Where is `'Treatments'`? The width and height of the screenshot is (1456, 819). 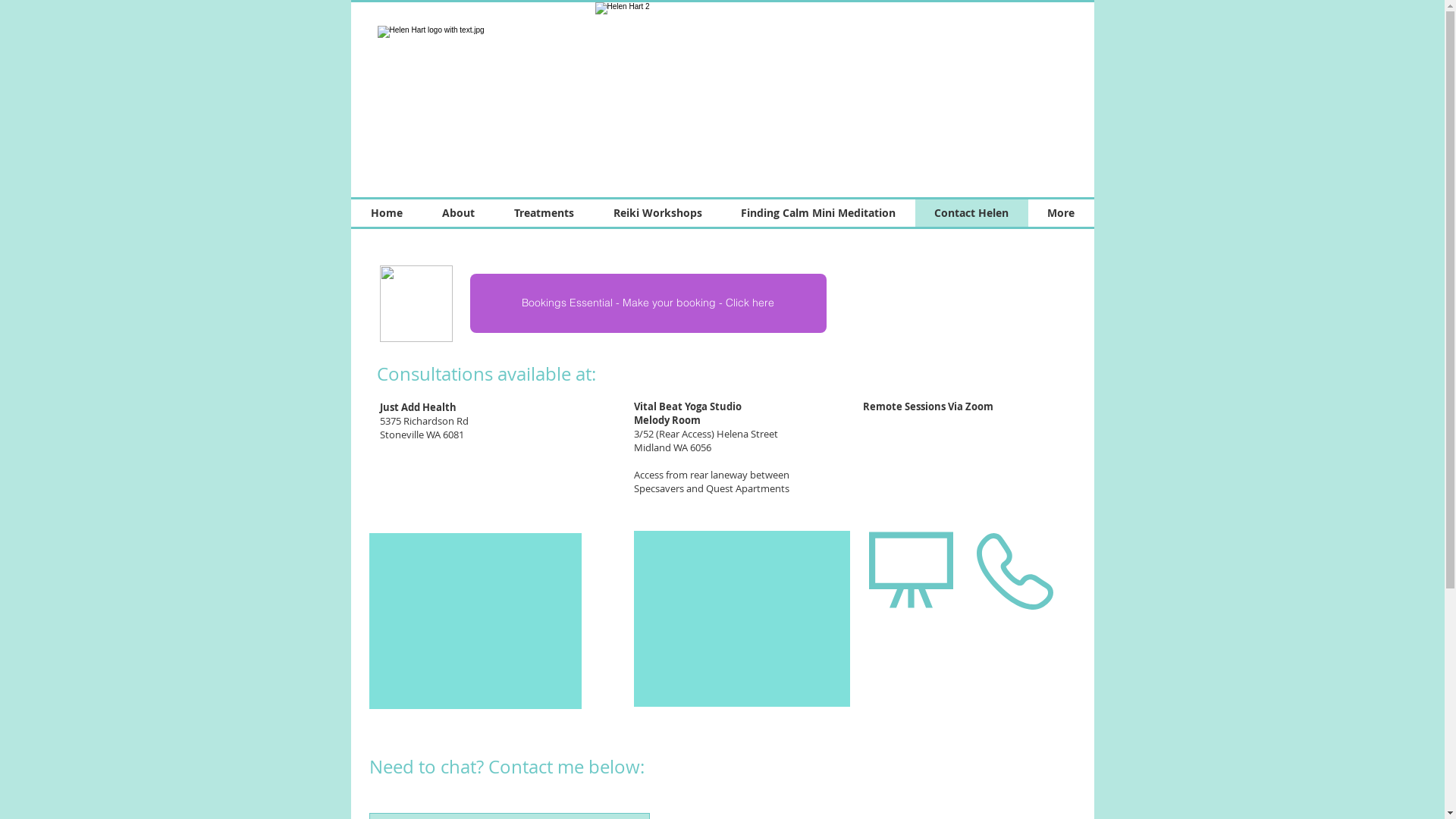 'Treatments' is located at coordinates (544, 213).